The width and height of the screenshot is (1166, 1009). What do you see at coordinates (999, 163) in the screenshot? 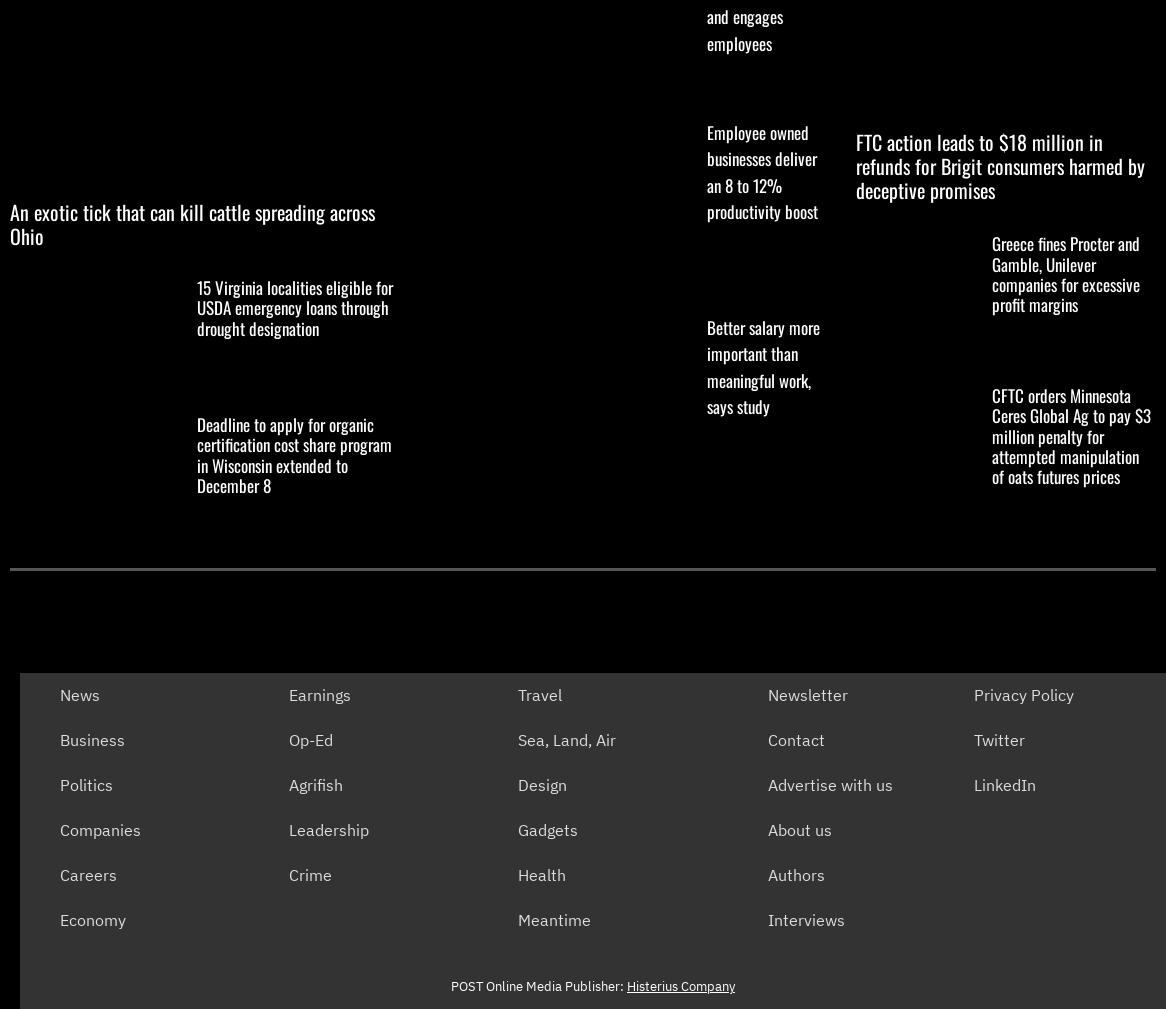
I see `'FTC action leads to $18 million in refunds for Brigit consumers harmed by deceptive promises'` at bounding box center [999, 163].